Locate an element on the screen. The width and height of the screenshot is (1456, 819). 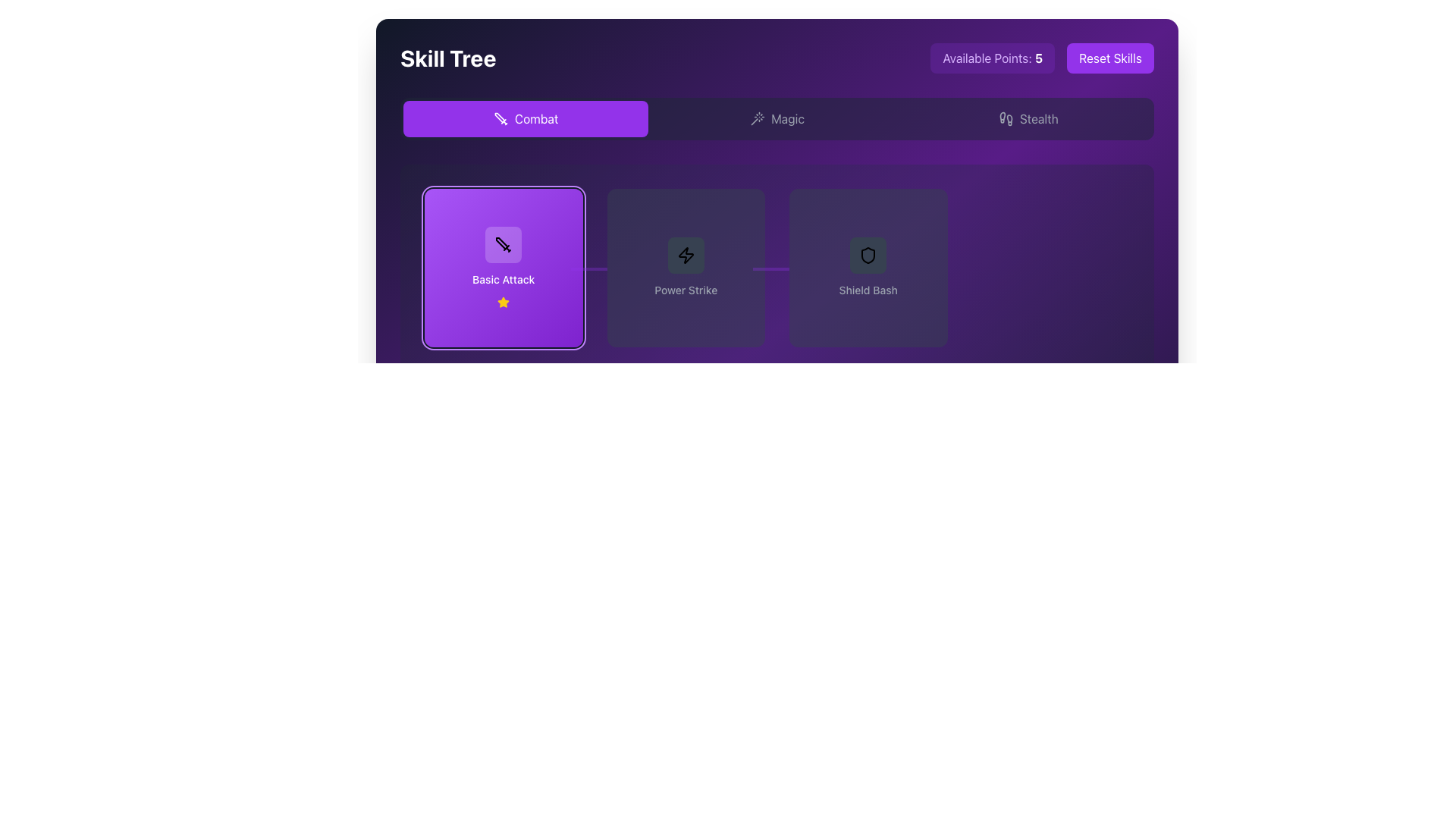
the 'Shield Bash' skill icon located in the second row and third column of the skill tree selection system if it is interactive is located at coordinates (868, 255).